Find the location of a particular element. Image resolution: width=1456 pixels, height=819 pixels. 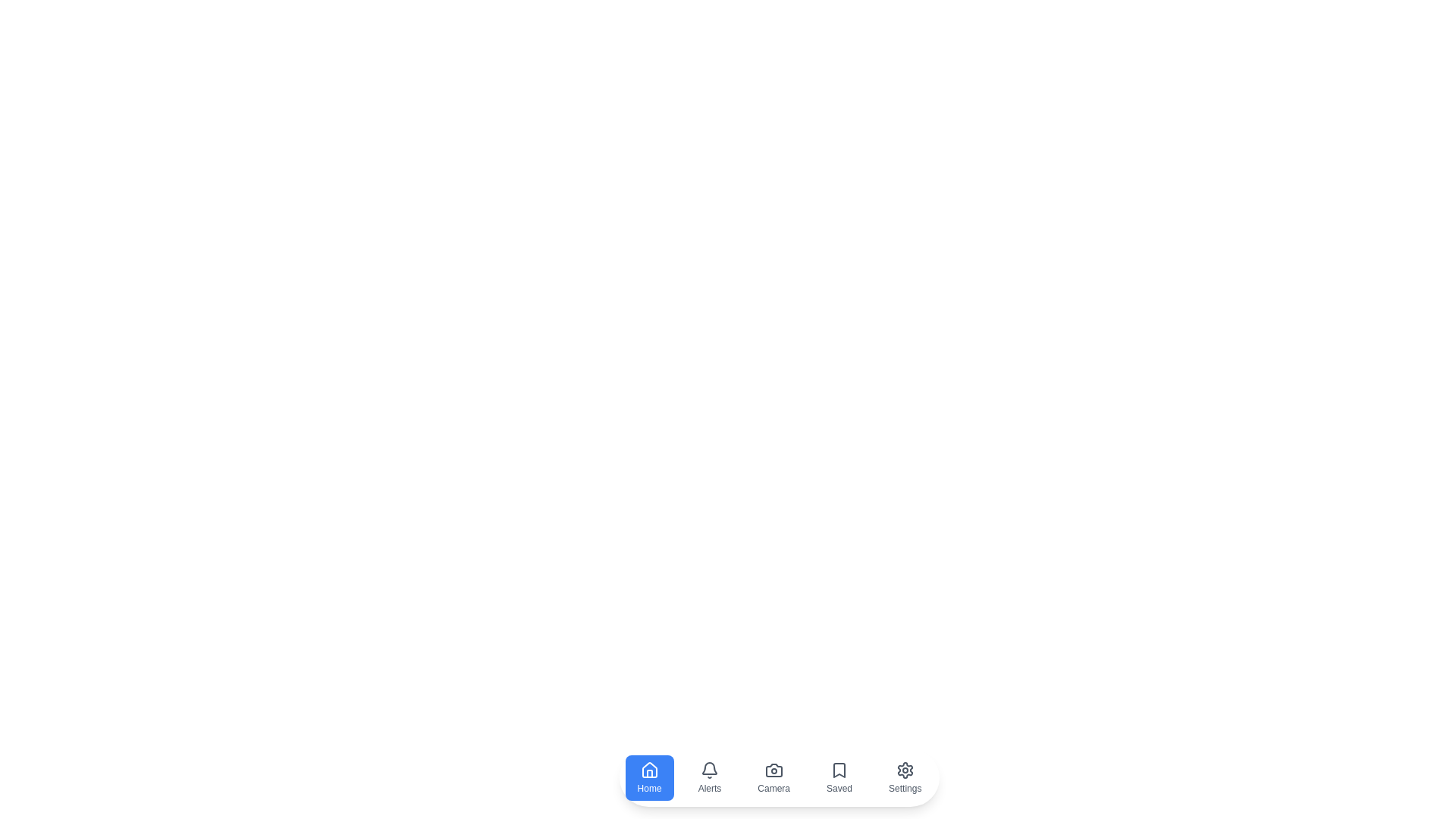

the navigation item Camera by clicking on its respective button is located at coordinates (773, 778).